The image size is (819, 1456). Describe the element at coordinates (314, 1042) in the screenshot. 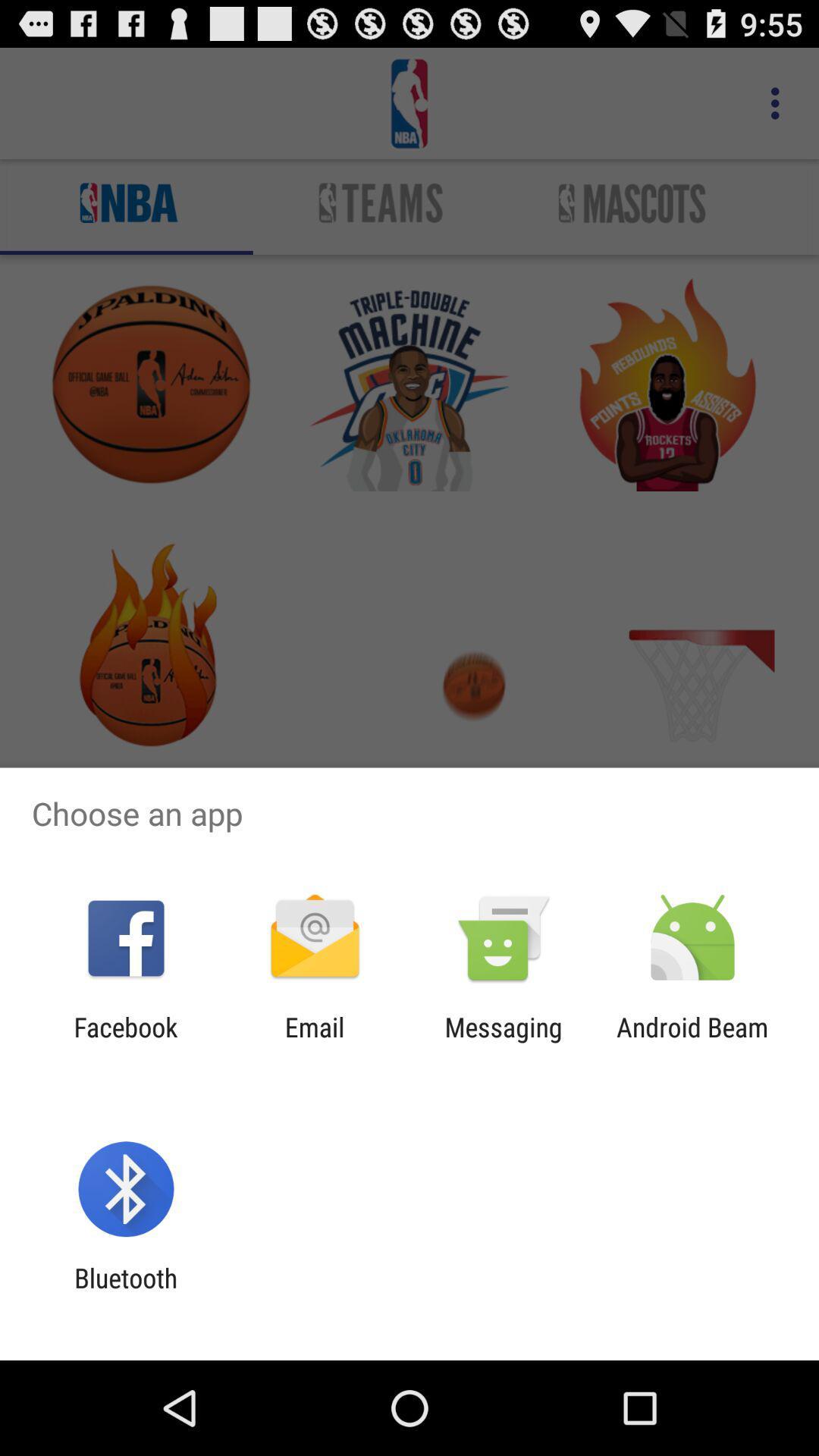

I see `item to the right of facebook icon` at that location.